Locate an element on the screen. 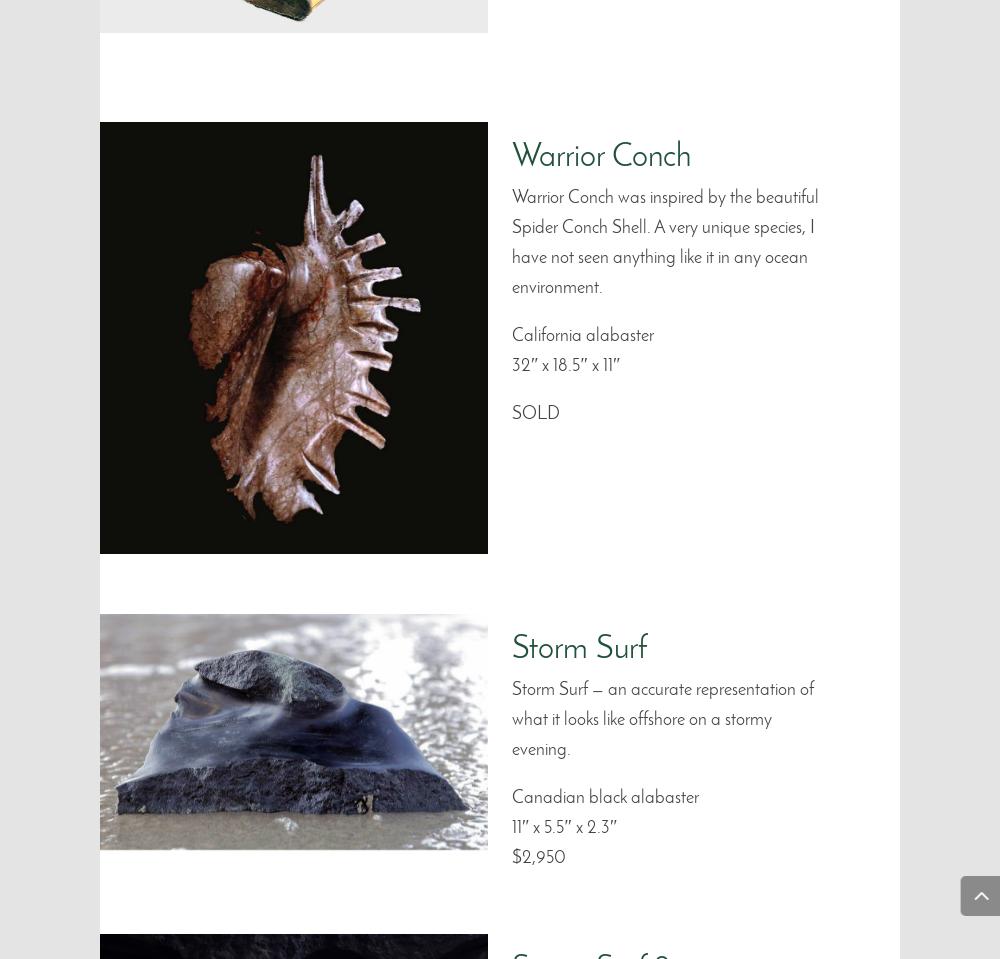  'Storm Surf — an accurate representation of what it looks like offshore on a stormy evening.' is located at coordinates (663, 719).